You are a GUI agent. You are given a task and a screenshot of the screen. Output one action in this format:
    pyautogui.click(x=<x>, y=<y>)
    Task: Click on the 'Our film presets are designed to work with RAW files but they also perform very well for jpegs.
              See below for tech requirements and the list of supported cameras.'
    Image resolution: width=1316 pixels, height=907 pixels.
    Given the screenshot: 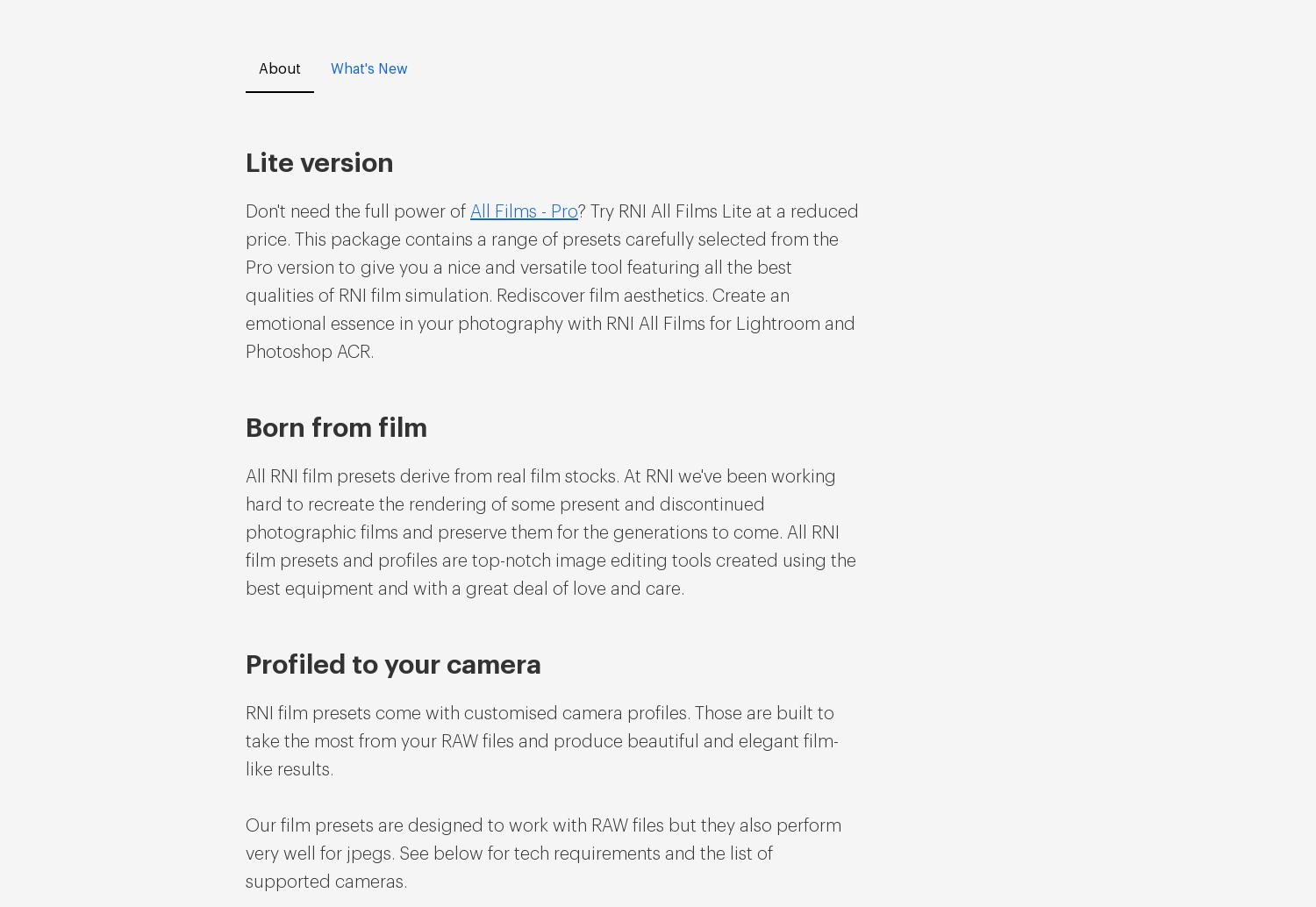 What is the action you would take?
    pyautogui.click(x=542, y=853)
    